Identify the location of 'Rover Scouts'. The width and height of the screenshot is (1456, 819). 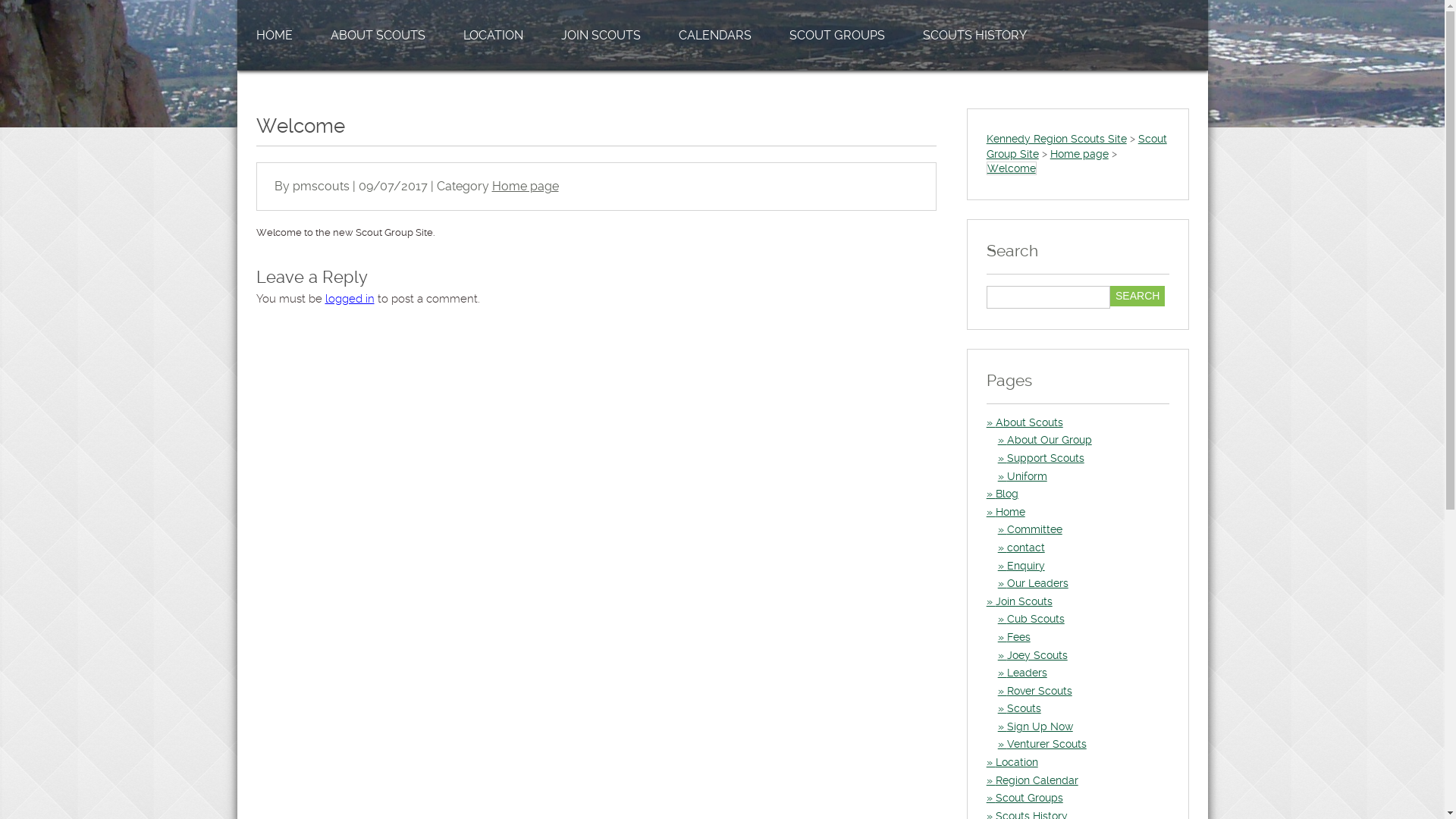
(1034, 690).